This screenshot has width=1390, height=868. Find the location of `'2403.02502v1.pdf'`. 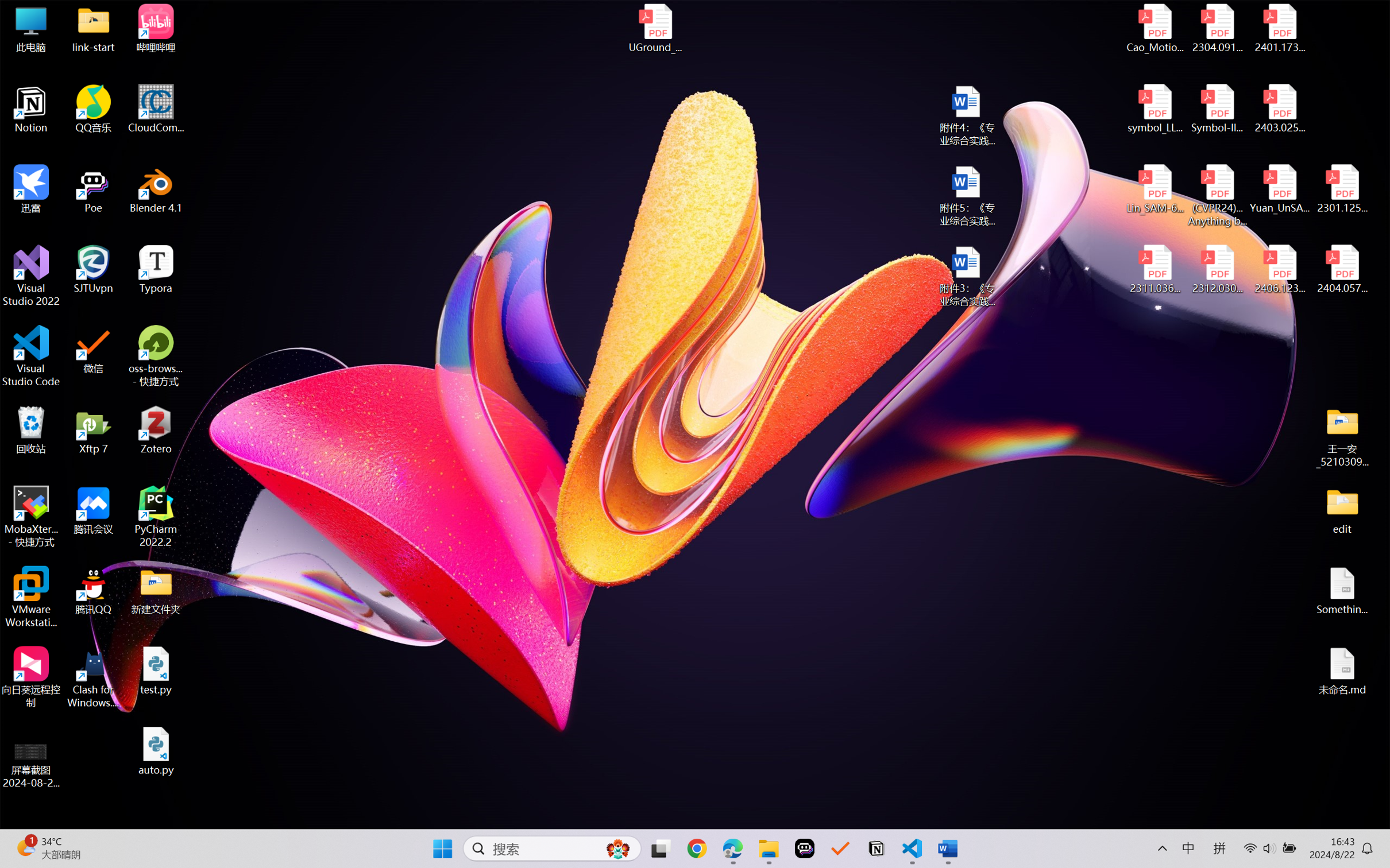

'2403.02502v1.pdf' is located at coordinates (1279, 109).